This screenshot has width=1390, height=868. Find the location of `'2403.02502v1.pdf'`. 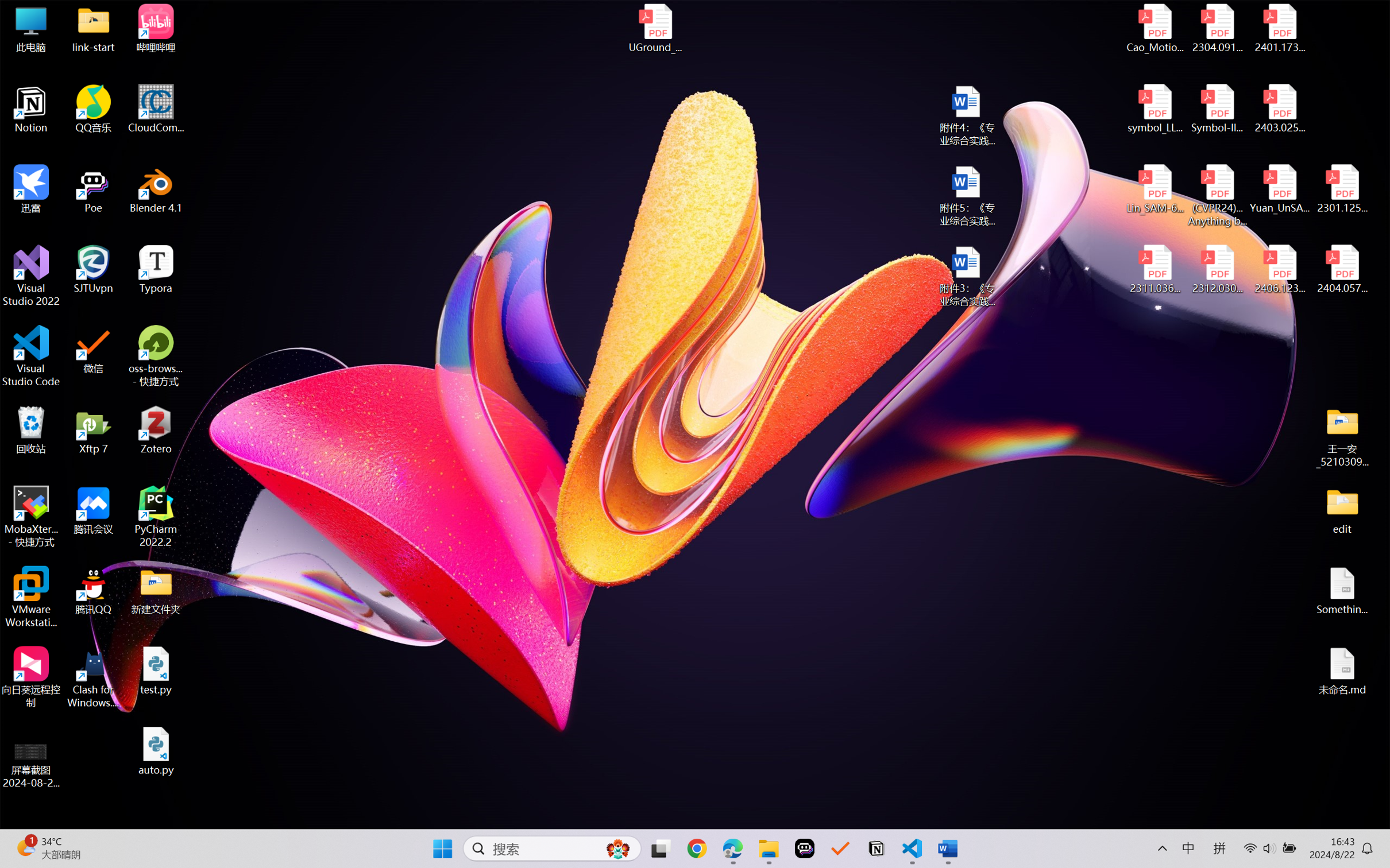

'2403.02502v1.pdf' is located at coordinates (1279, 109).